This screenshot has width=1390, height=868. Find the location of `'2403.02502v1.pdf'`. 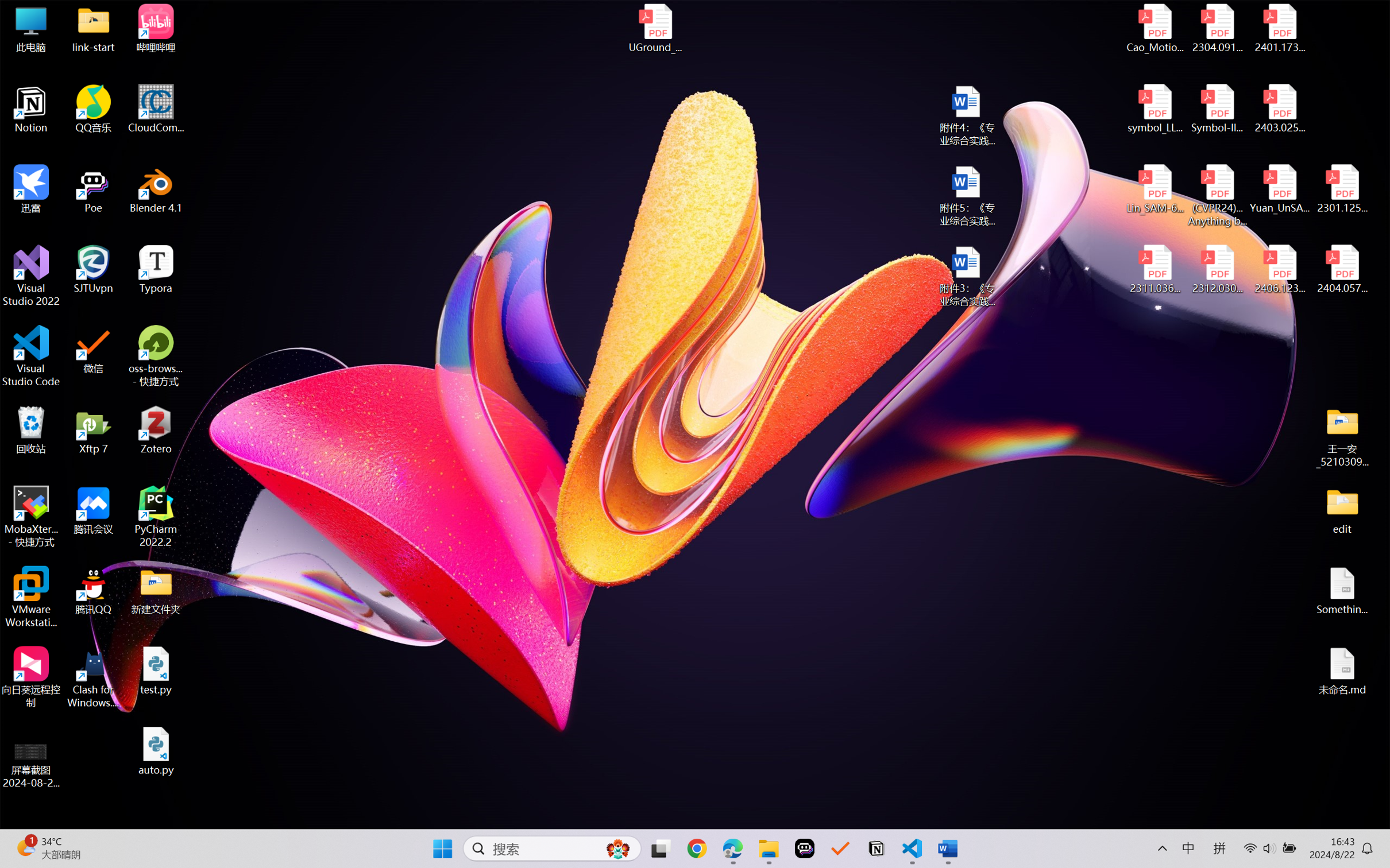

'2403.02502v1.pdf' is located at coordinates (1279, 109).